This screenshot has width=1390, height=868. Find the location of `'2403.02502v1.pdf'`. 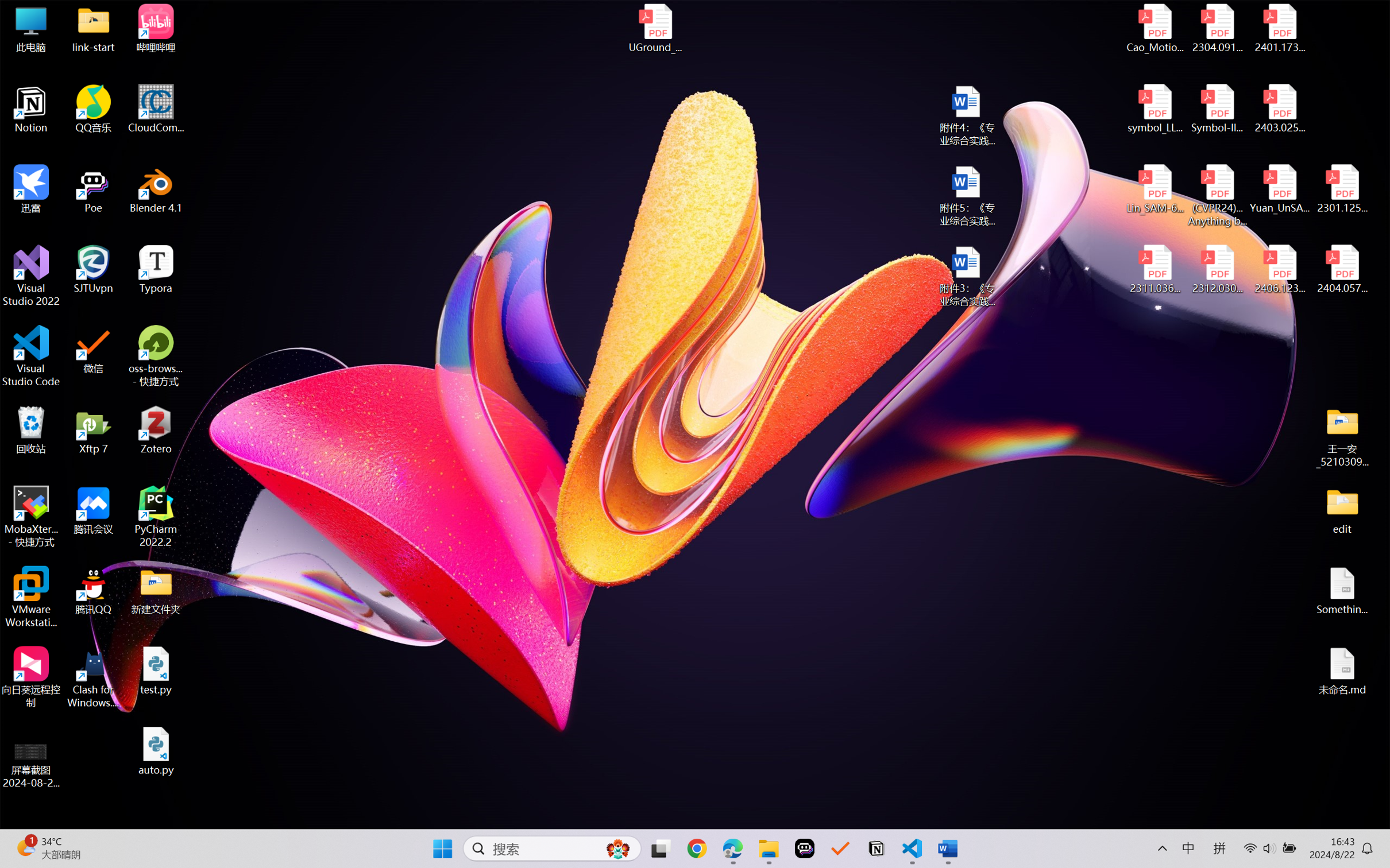

'2403.02502v1.pdf' is located at coordinates (1279, 109).